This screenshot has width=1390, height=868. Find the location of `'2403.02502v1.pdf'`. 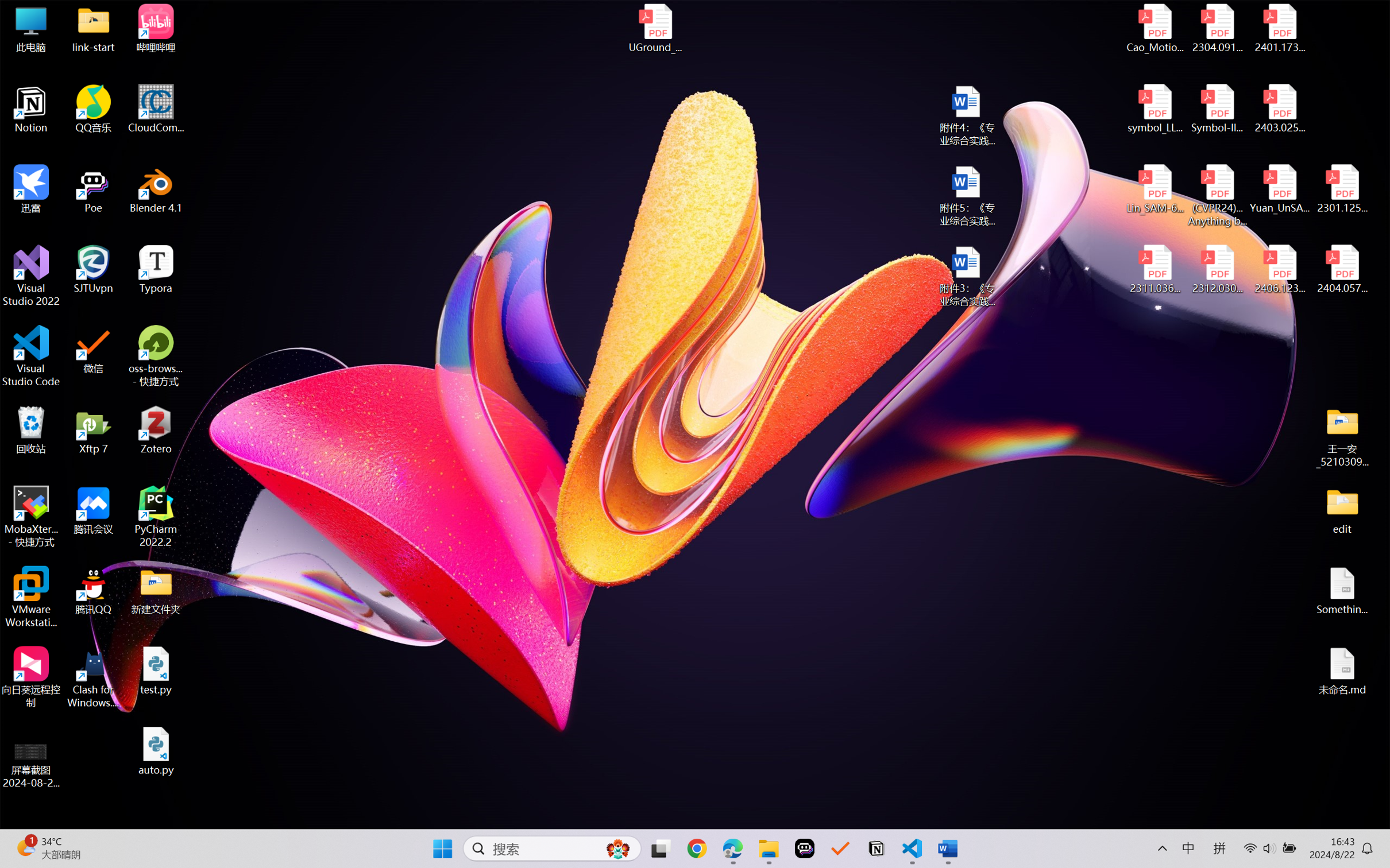

'2403.02502v1.pdf' is located at coordinates (1279, 109).